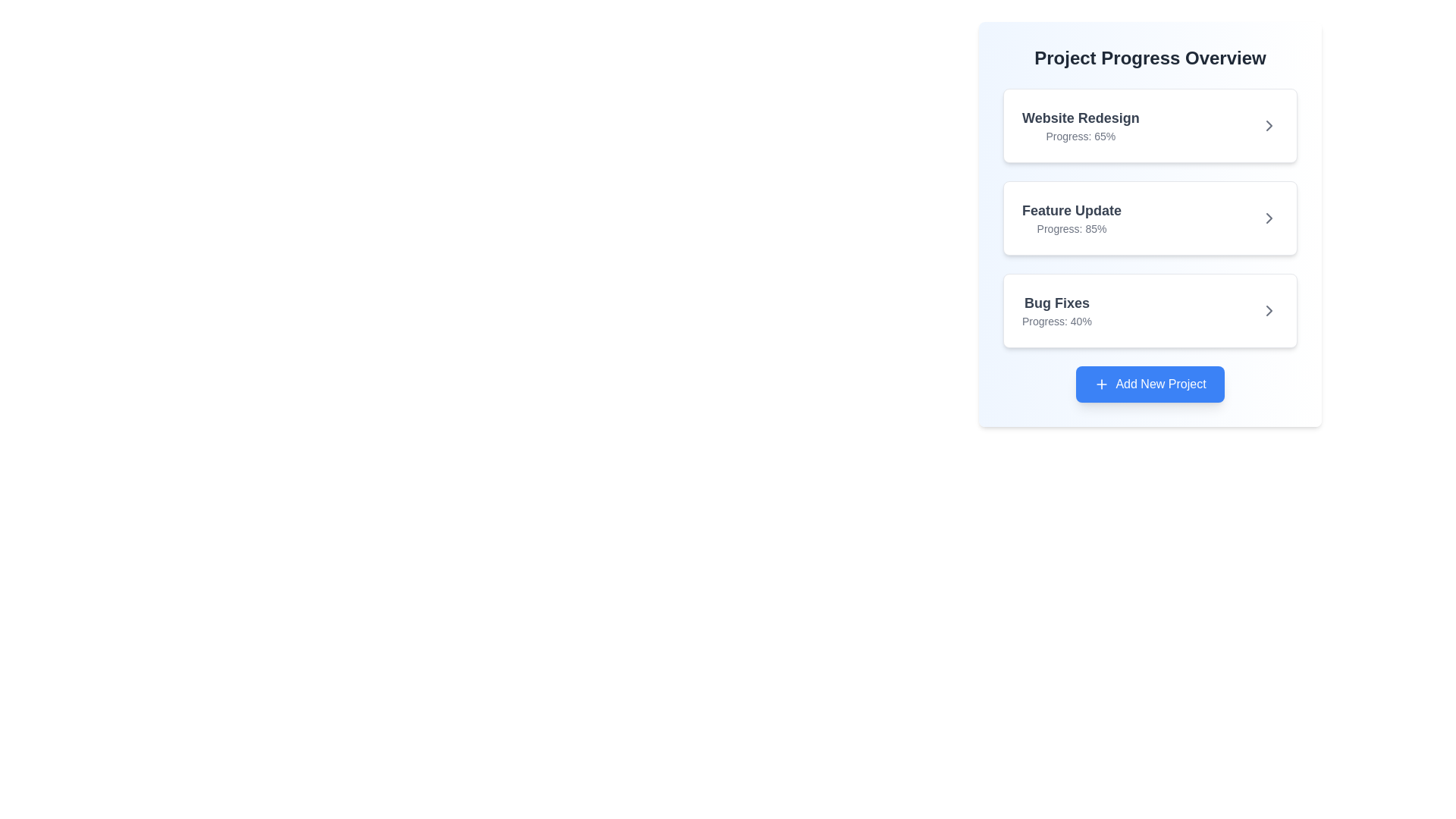 The width and height of the screenshot is (1456, 819). I want to click on the informational card titled 'Feature Update' that displays a progress indicator of 'Progress: 85%', located in the 'Project Progress Overview' section, positioned between the 'Website Redesign' and 'Bug Fixes' cards, so click(1150, 218).